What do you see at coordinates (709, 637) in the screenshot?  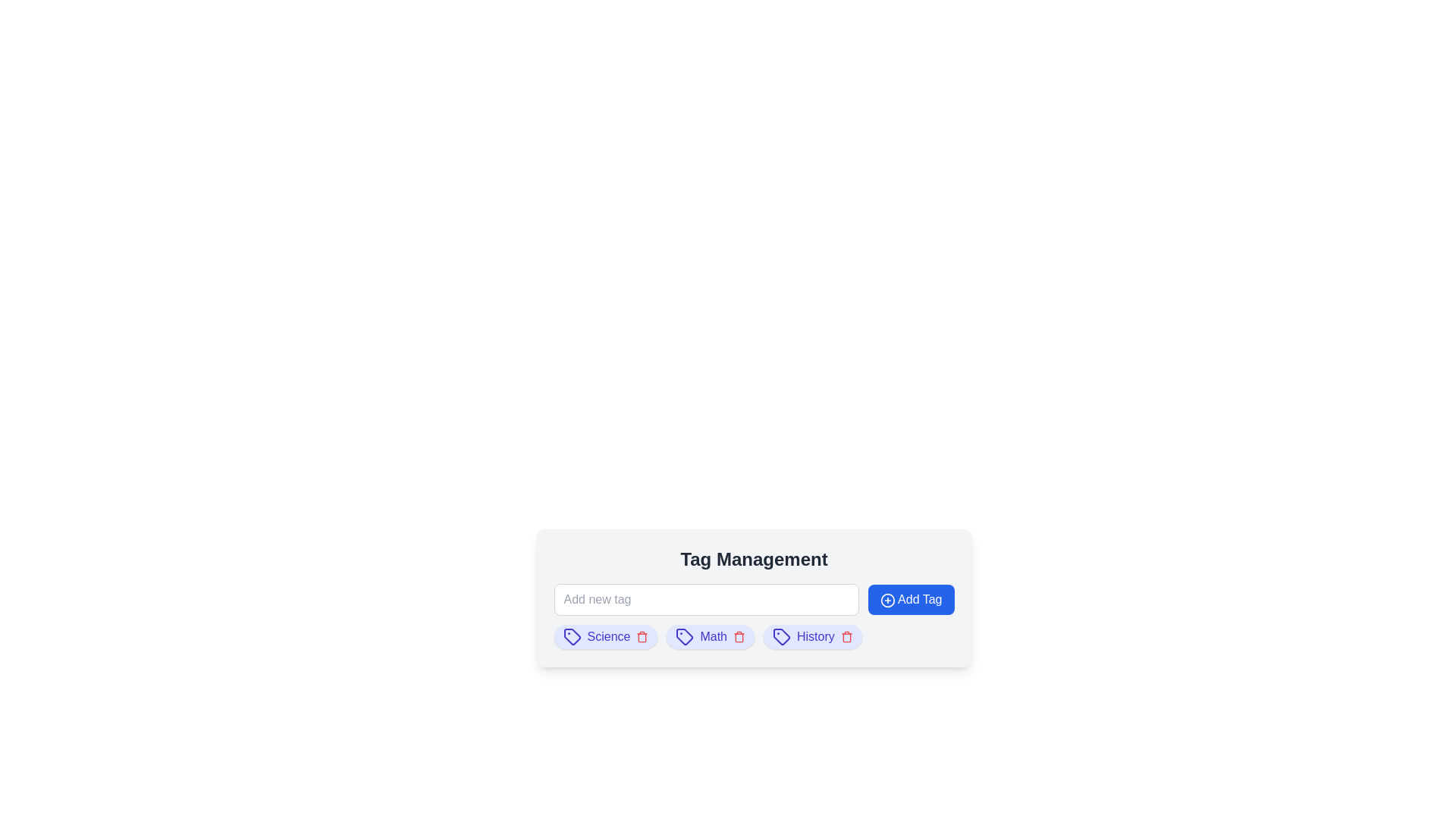 I see `the 'Math' tag button located in the bottom center of the interface` at bounding box center [709, 637].